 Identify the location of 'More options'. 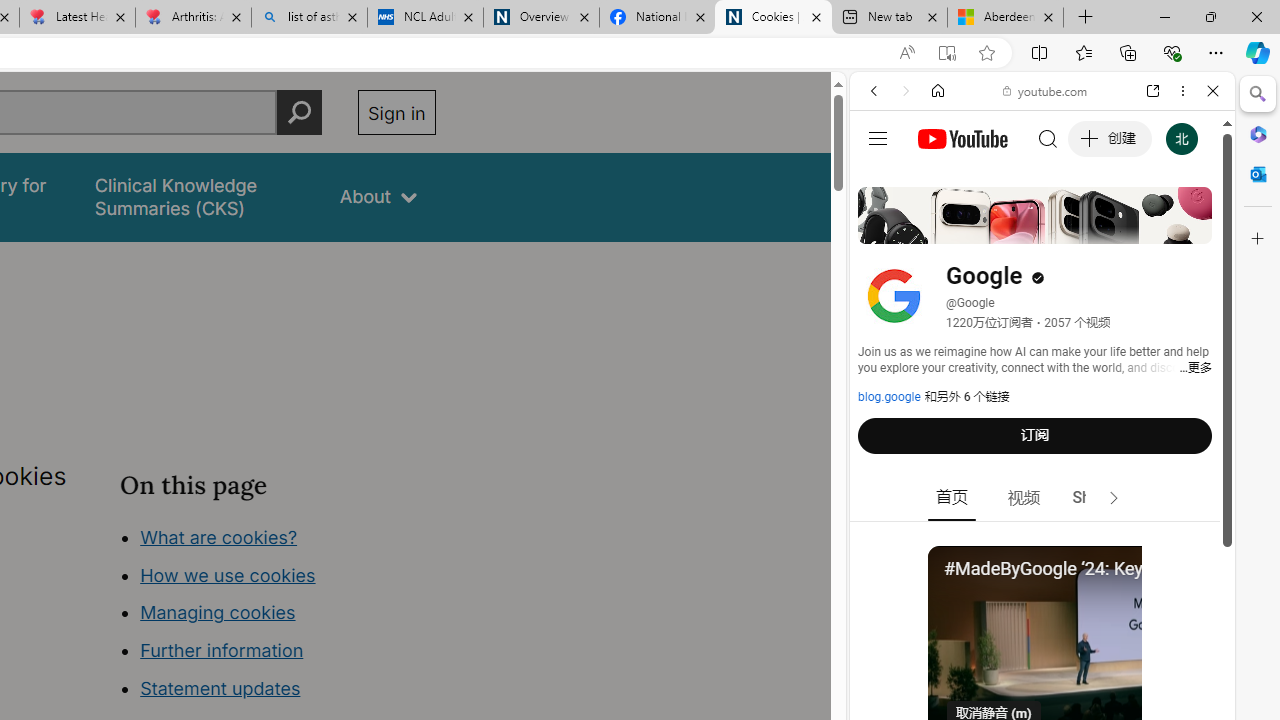
(1182, 91).